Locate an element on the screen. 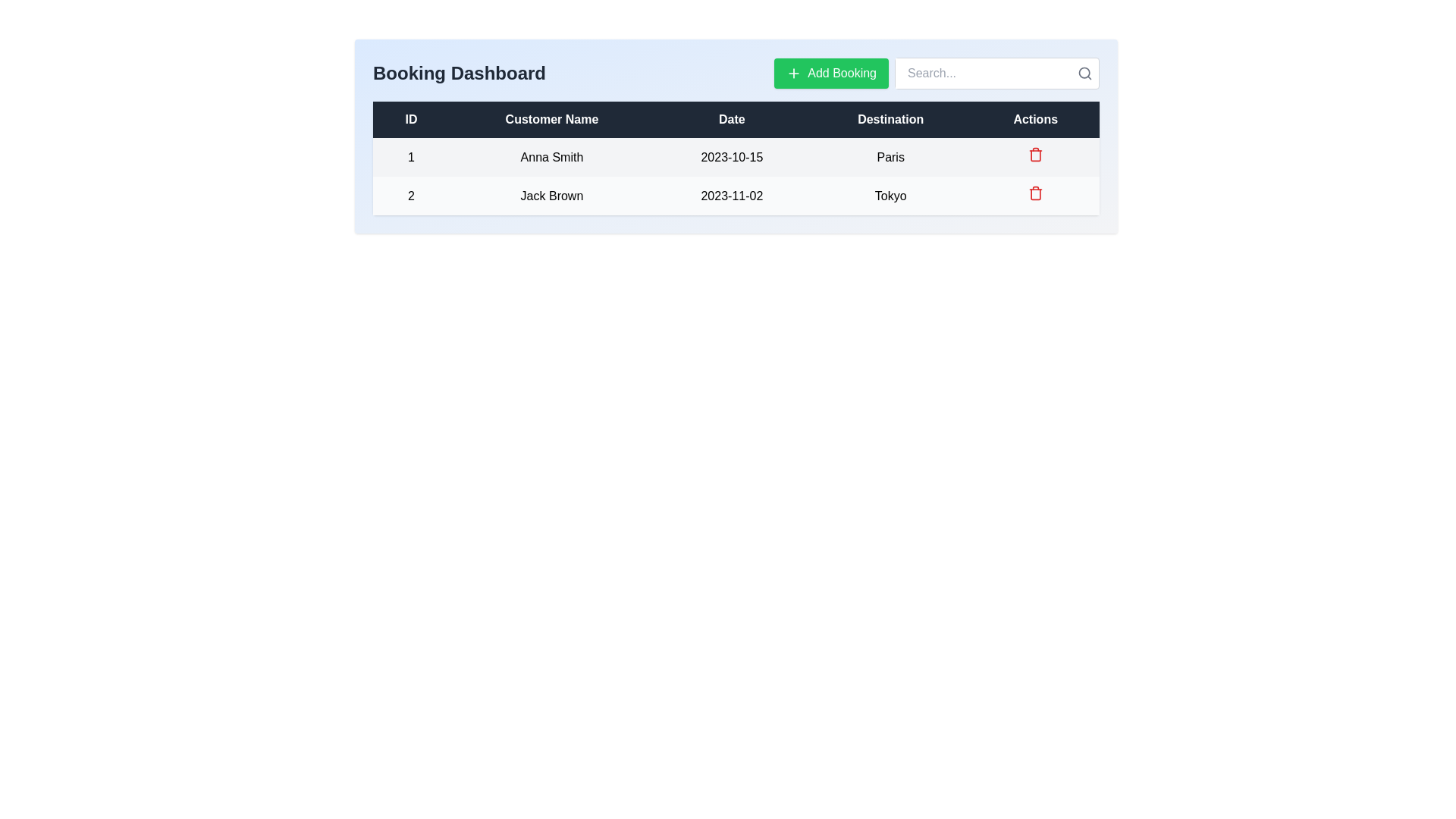  the trash bin icon button in the Actions column is located at coordinates (1034, 157).